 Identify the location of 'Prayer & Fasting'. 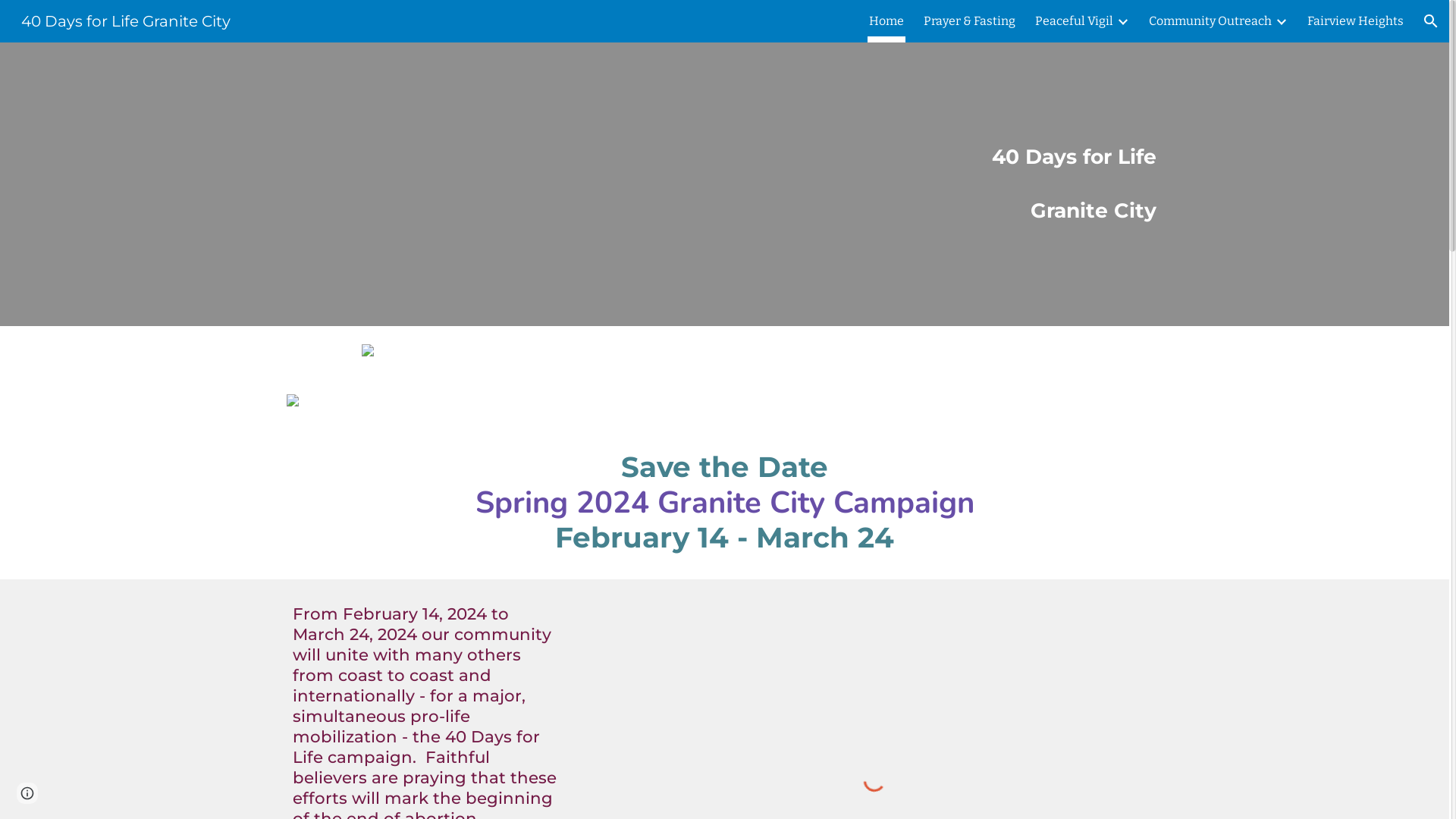
(968, 20).